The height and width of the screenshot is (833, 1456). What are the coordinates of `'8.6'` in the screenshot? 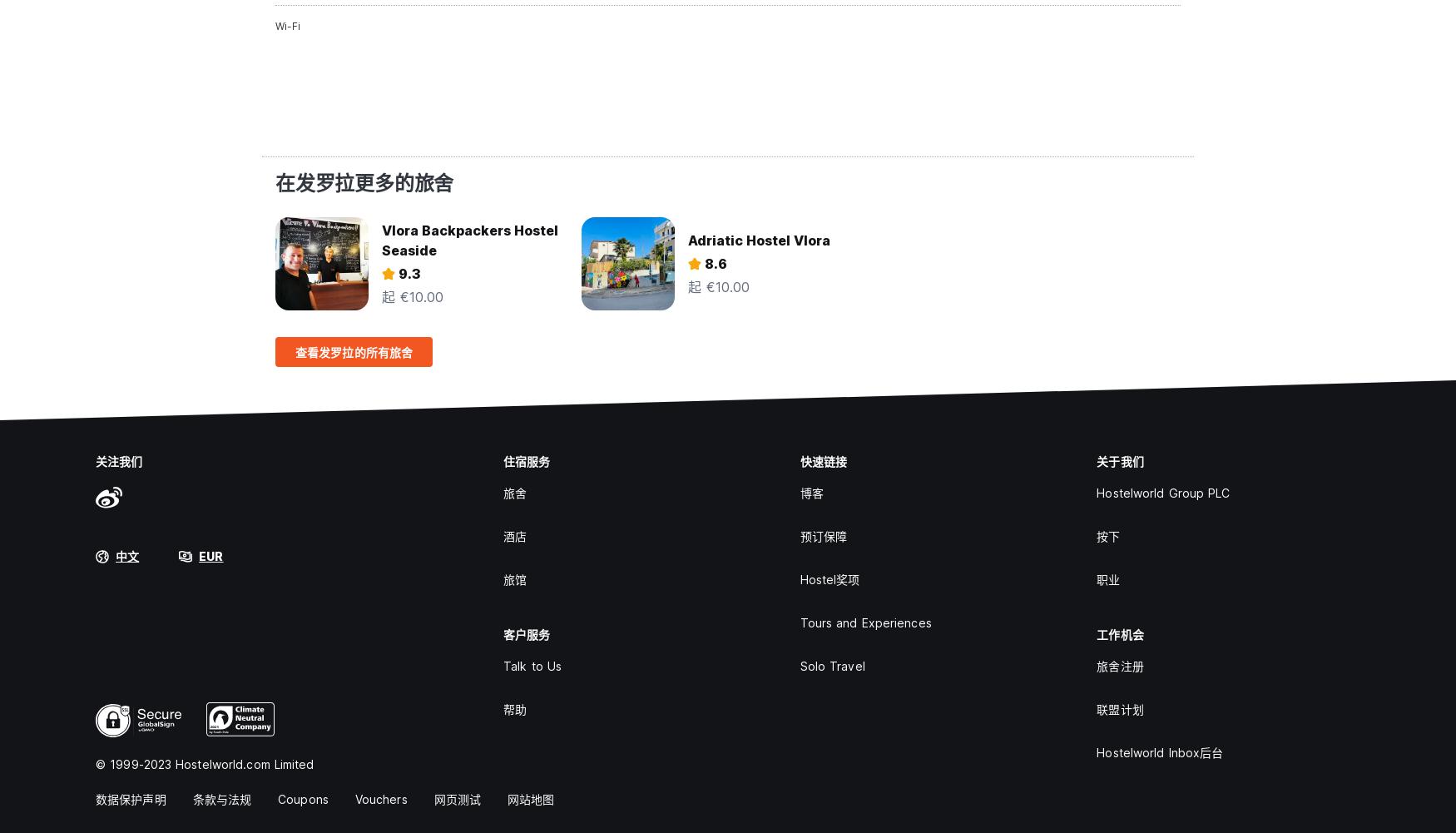 It's located at (716, 264).